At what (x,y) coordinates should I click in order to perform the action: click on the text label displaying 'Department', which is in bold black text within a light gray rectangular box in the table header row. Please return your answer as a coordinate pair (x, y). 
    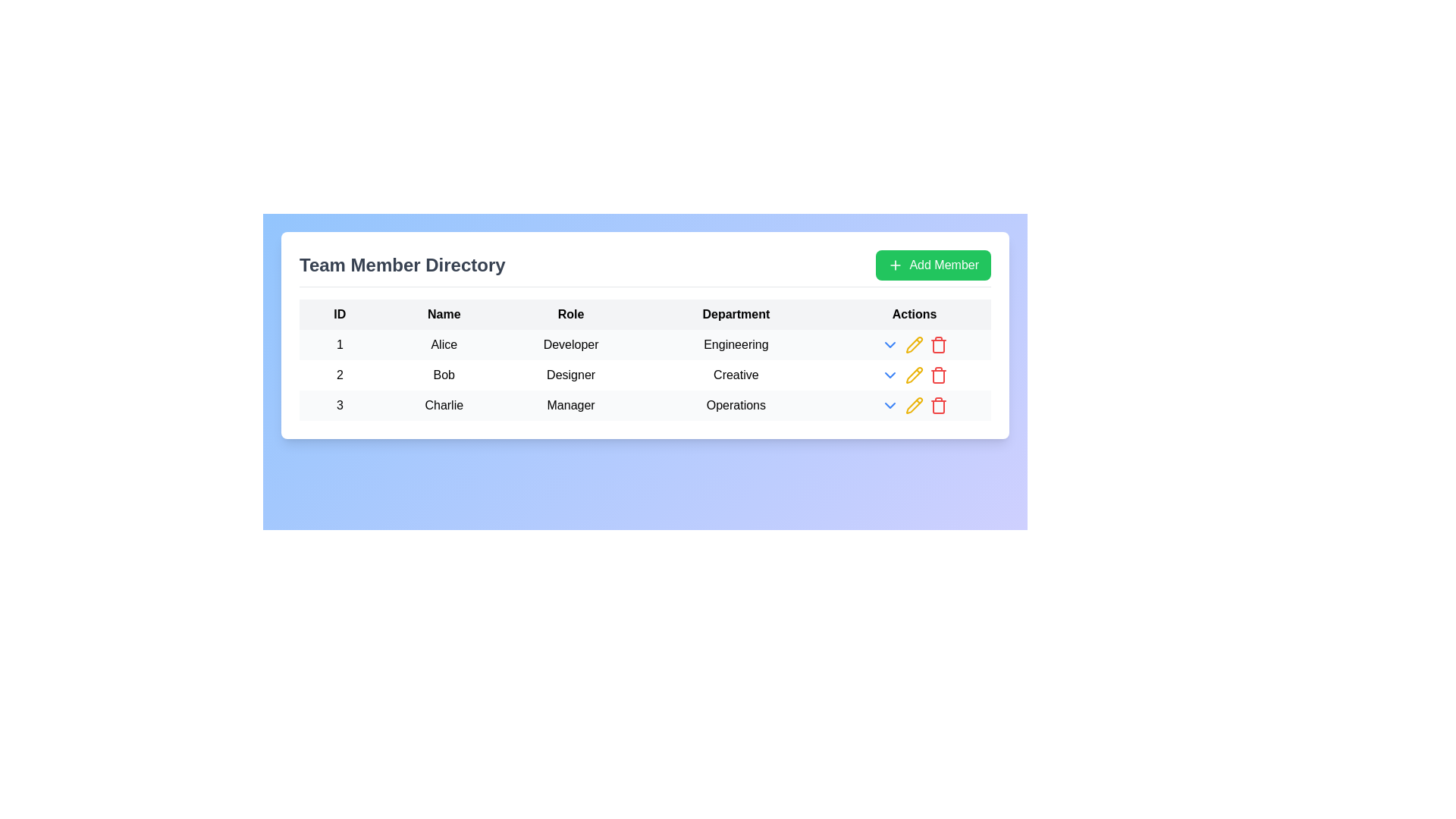
    Looking at the image, I should click on (736, 314).